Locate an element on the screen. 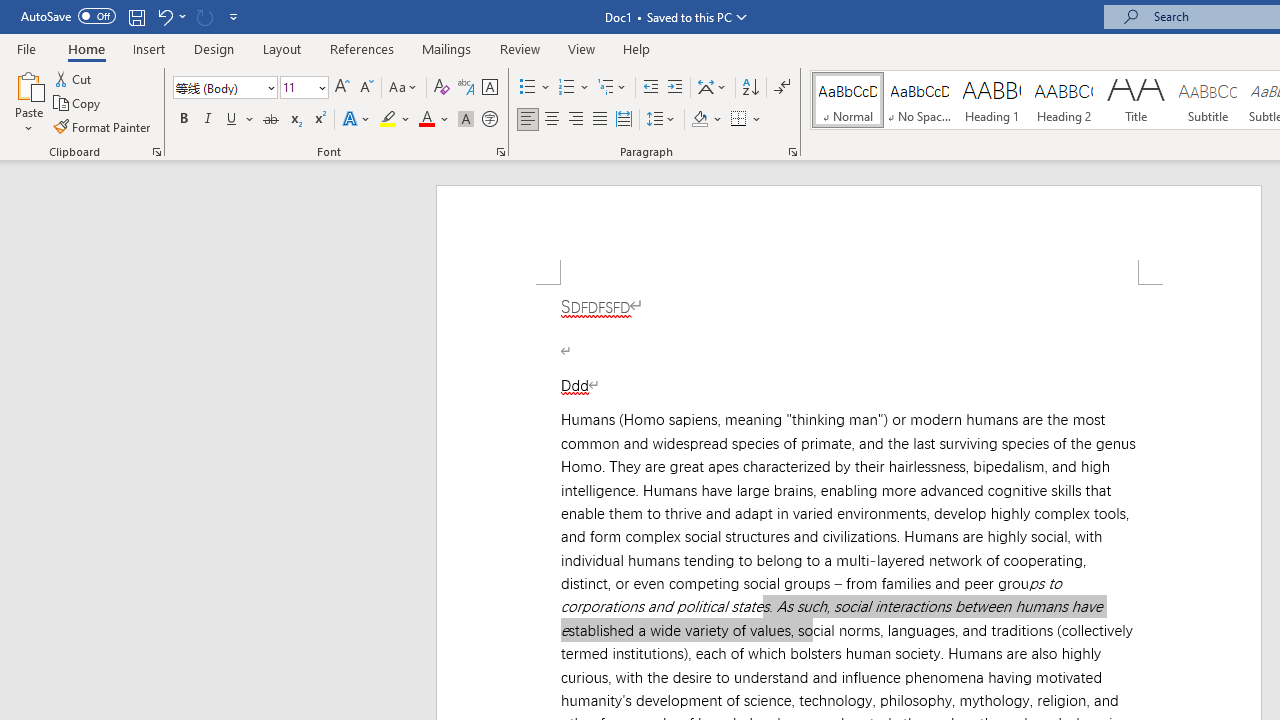 The width and height of the screenshot is (1280, 720). 'Font Color' is located at coordinates (433, 119).